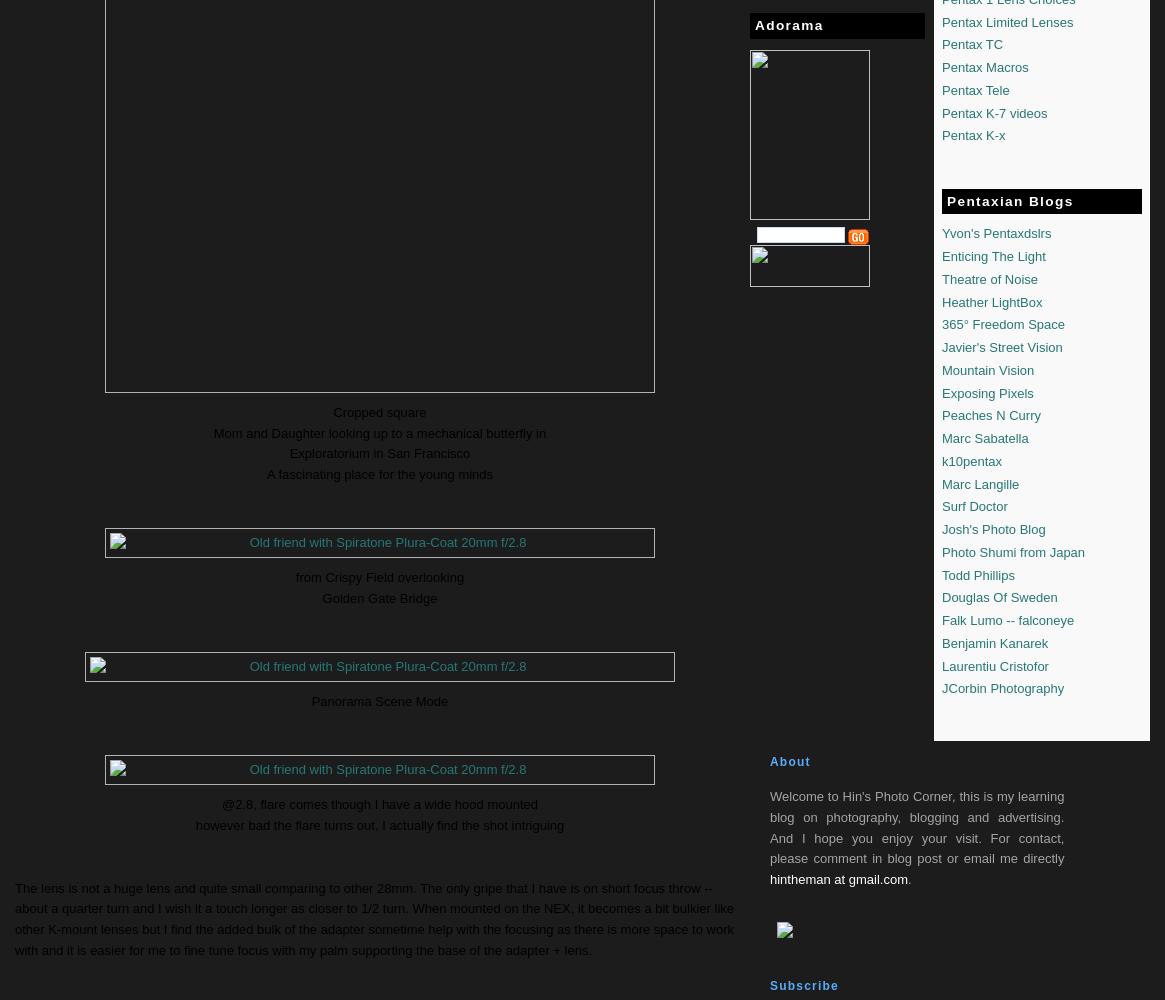 Image resolution: width=1165 pixels, height=1000 pixels. Describe the element at coordinates (789, 25) in the screenshot. I see `'Adorama'` at that location.